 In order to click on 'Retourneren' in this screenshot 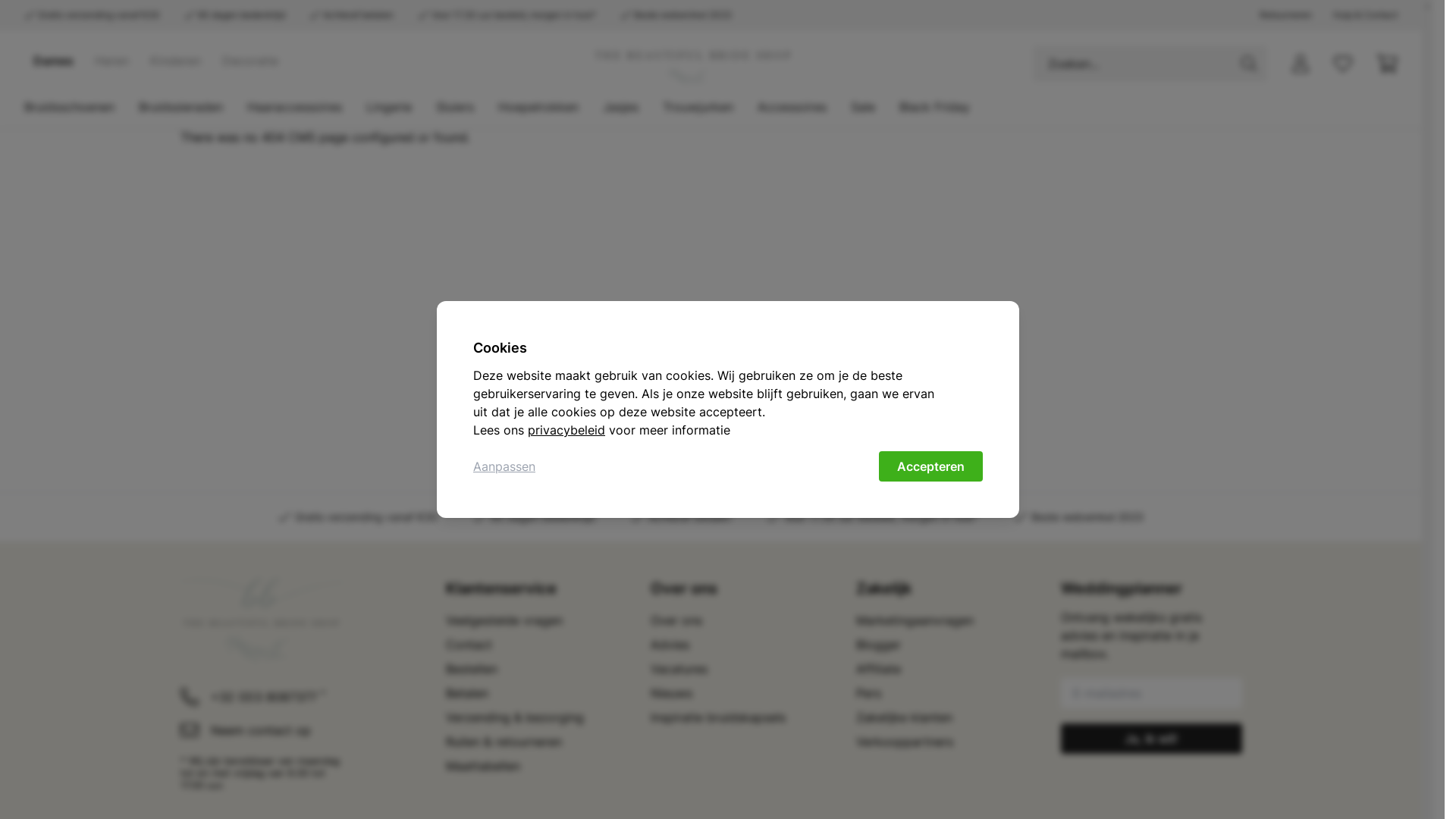, I will do `click(1285, 14)`.